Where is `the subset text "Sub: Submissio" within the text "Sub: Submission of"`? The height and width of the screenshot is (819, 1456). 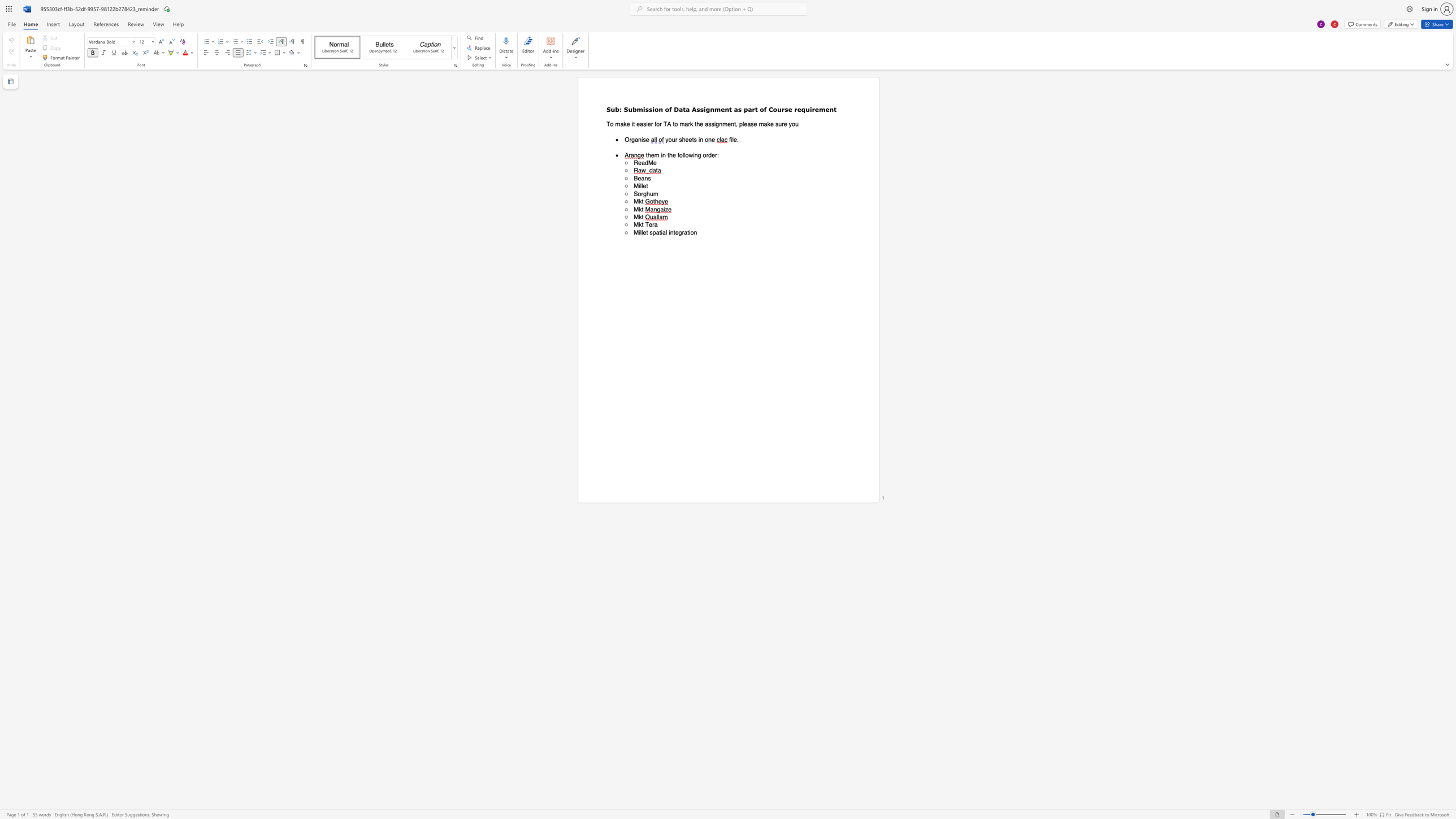 the subset text "Sub: Submissio" within the text "Sub: Submission of" is located at coordinates (606, 109).